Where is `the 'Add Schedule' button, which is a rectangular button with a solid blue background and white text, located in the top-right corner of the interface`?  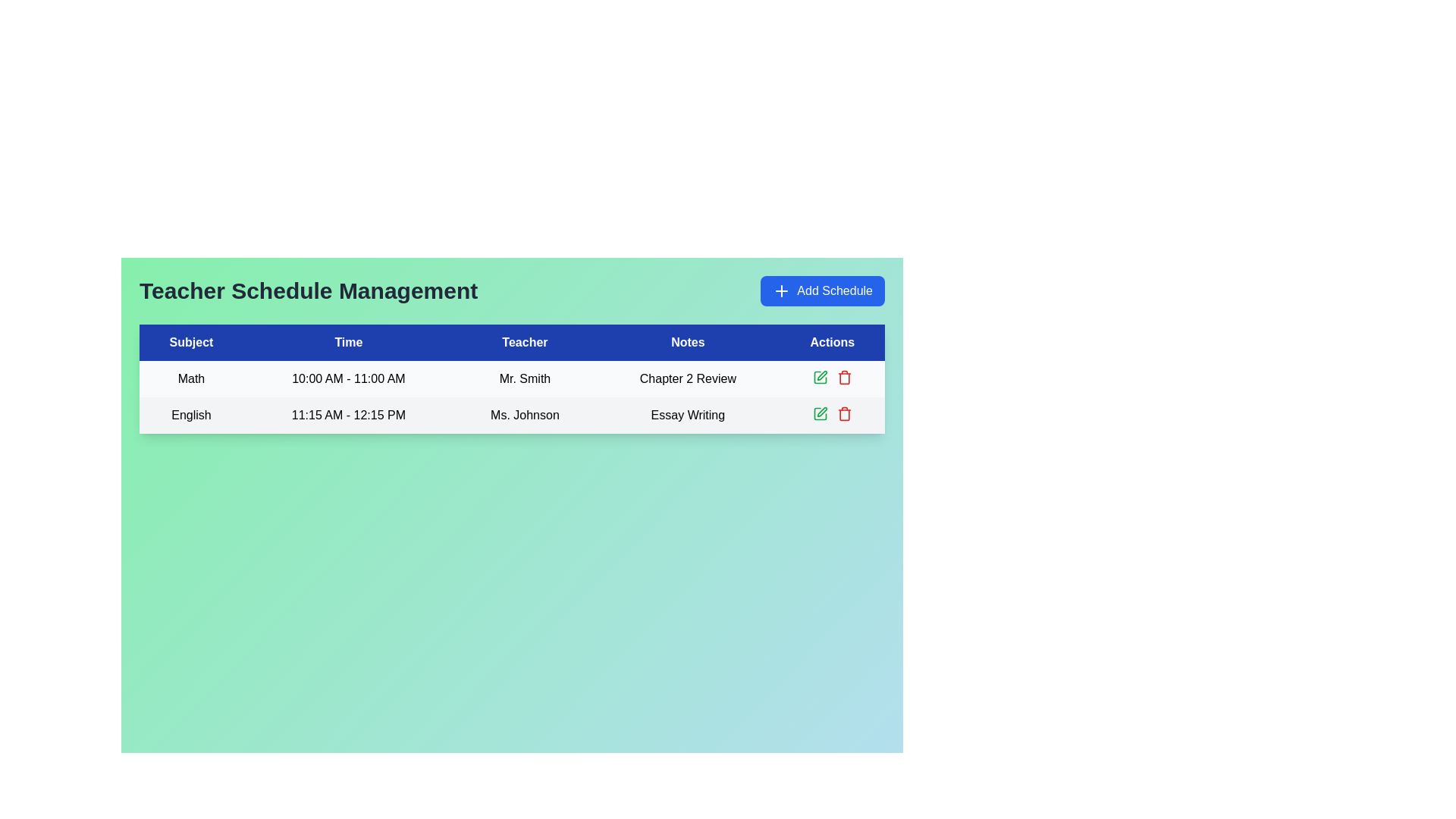
the 'Add Schedule' button, which is a rectangular button with a solid blue background and white text, located in the top-right corner of the interface is located at coordinates (822, 291).